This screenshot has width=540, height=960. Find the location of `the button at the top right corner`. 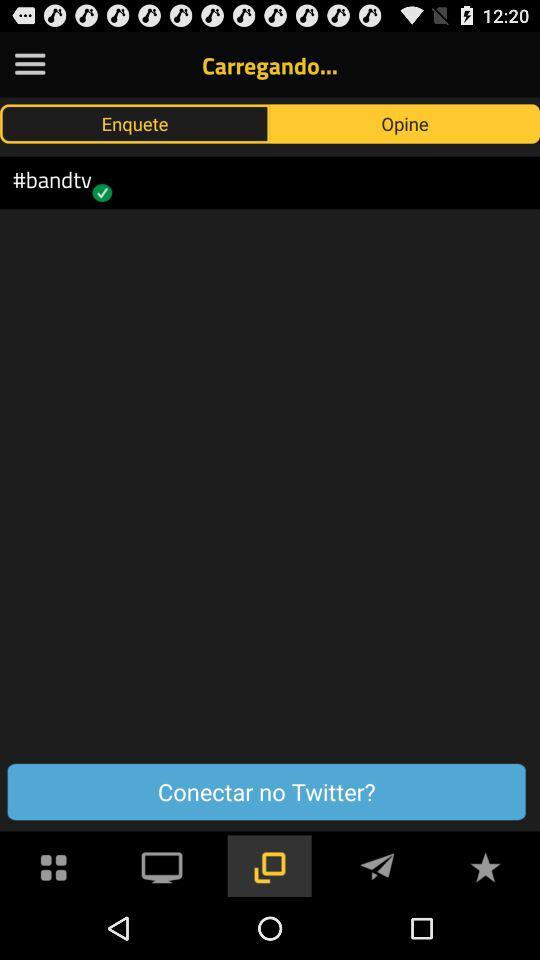

the button at the top right corner is located at coordinates (405, 122).